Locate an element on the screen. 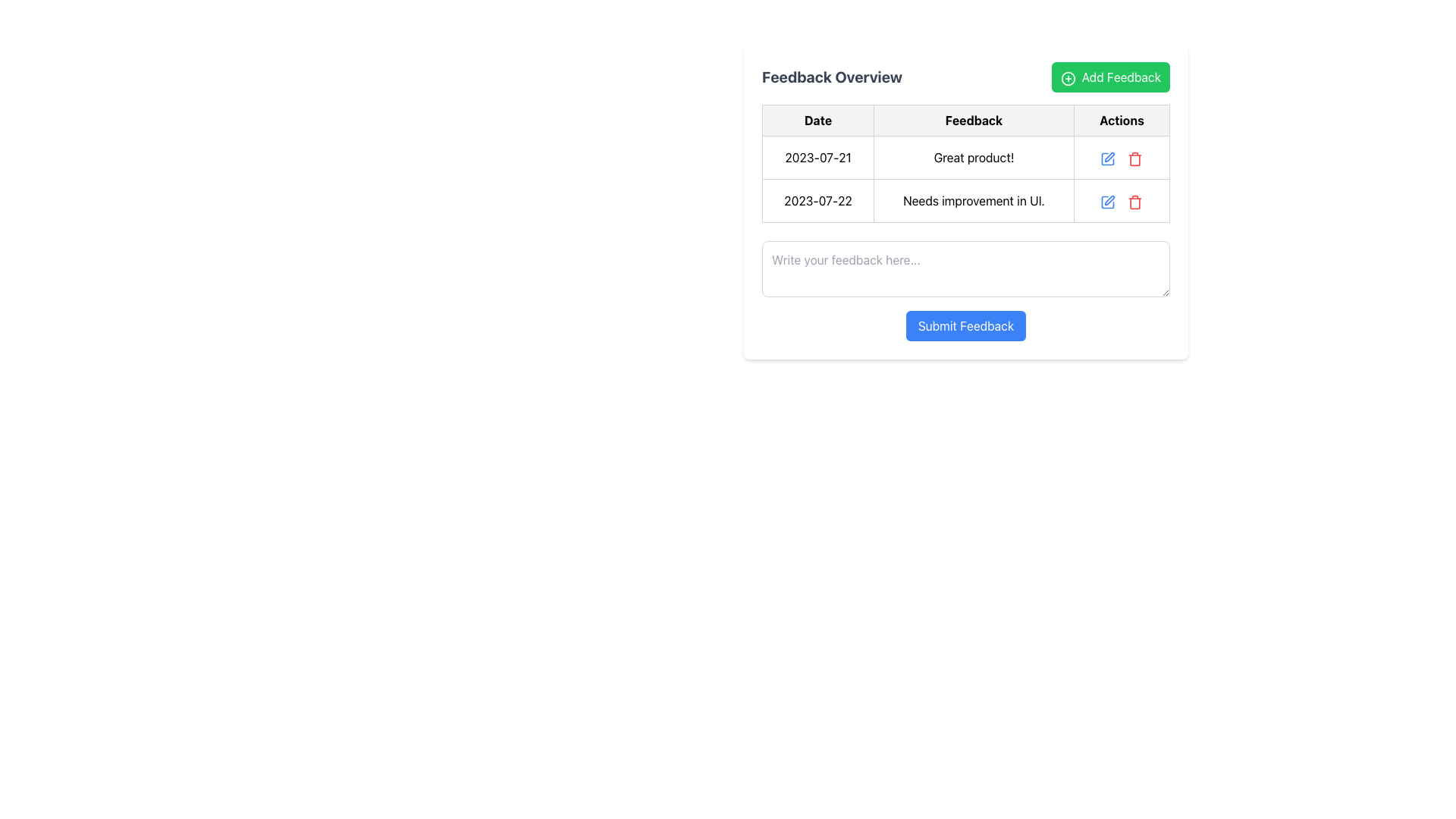 This screenshot has height=819, width=1456. the feedback text cell is located at coordinates (965, 158).